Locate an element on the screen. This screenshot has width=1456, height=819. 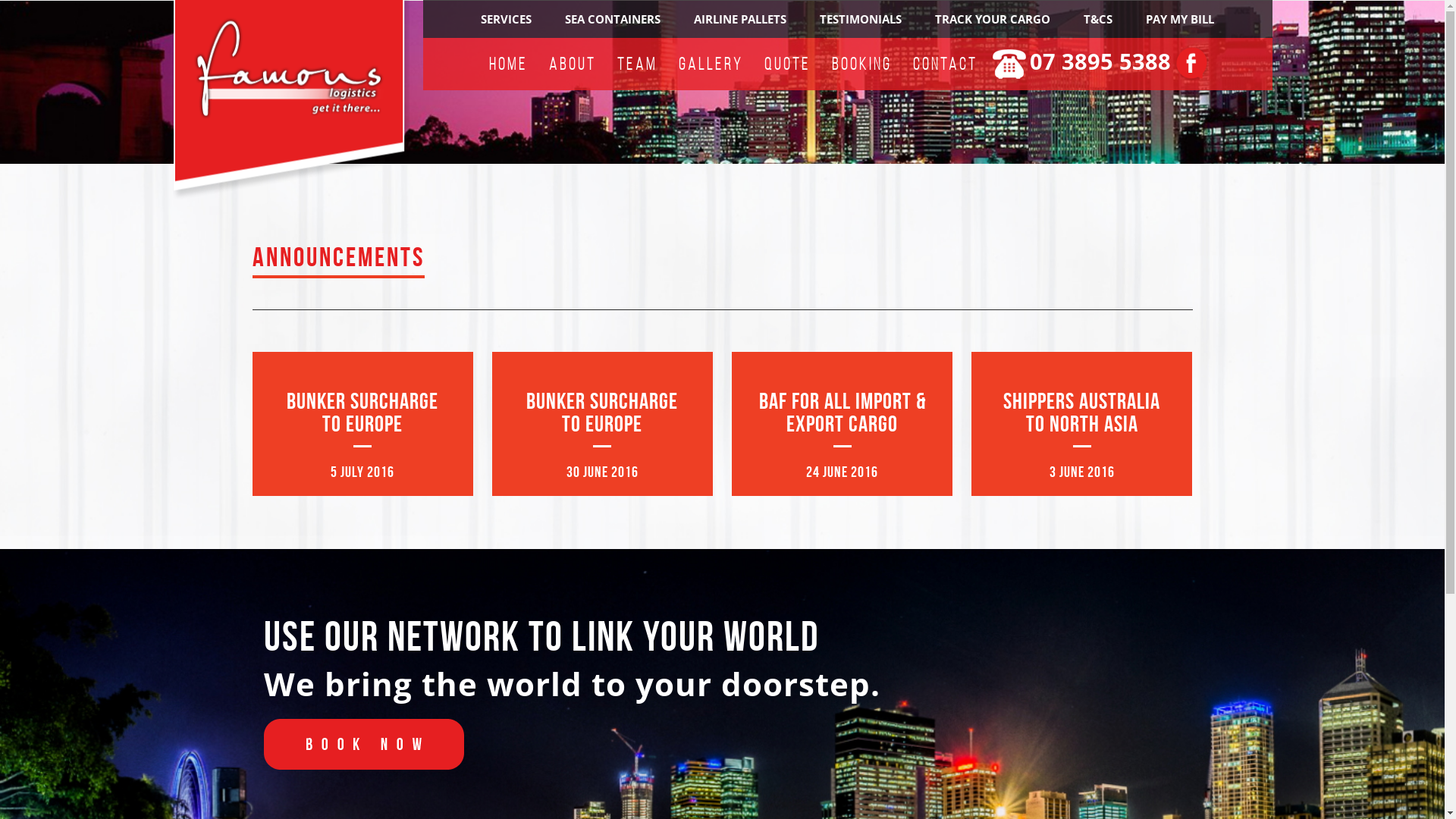
'QUOTE' is located at coordinates (757, 63).